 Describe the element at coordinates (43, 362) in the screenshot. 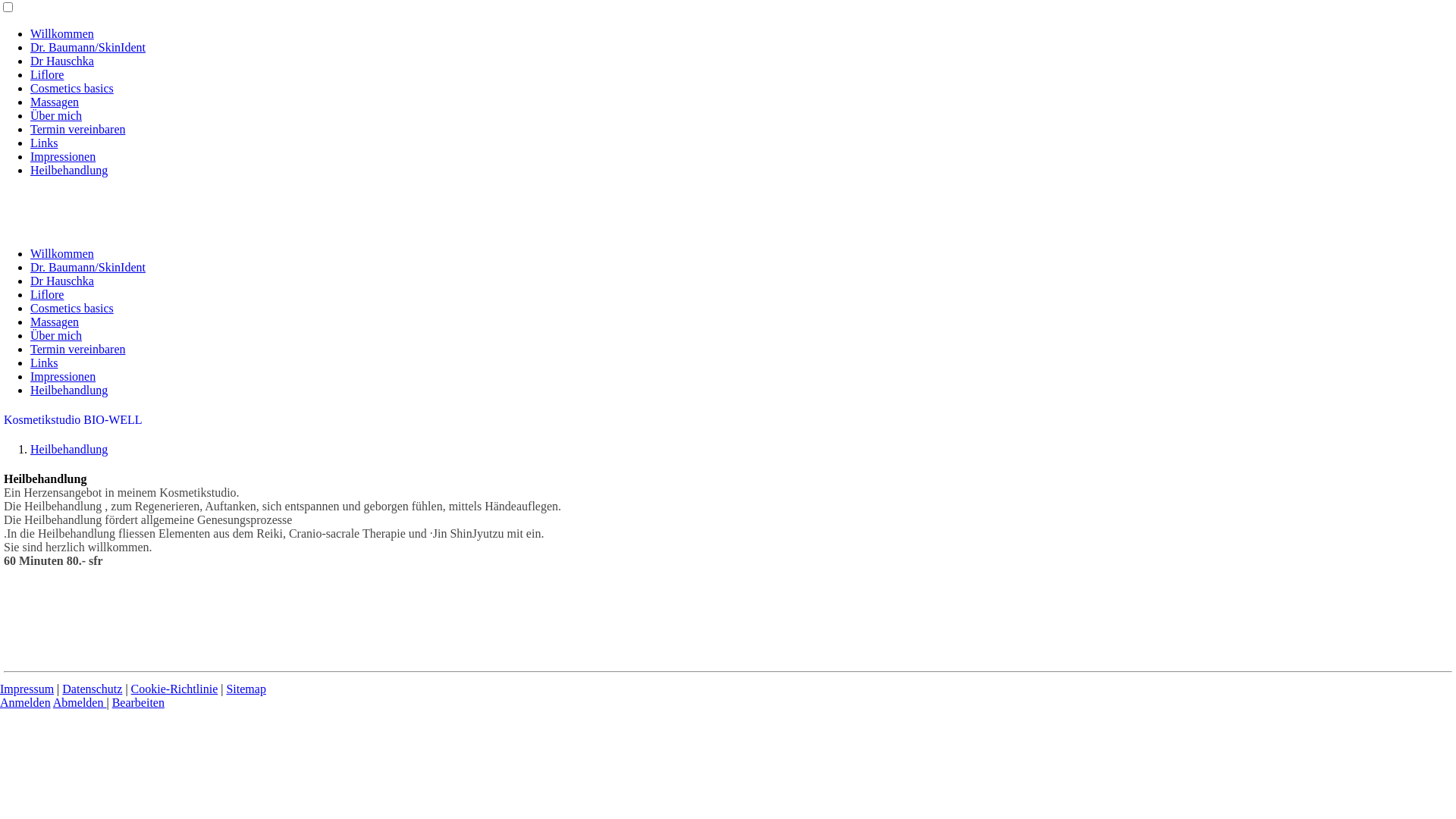

I see `'Links'` at that location.